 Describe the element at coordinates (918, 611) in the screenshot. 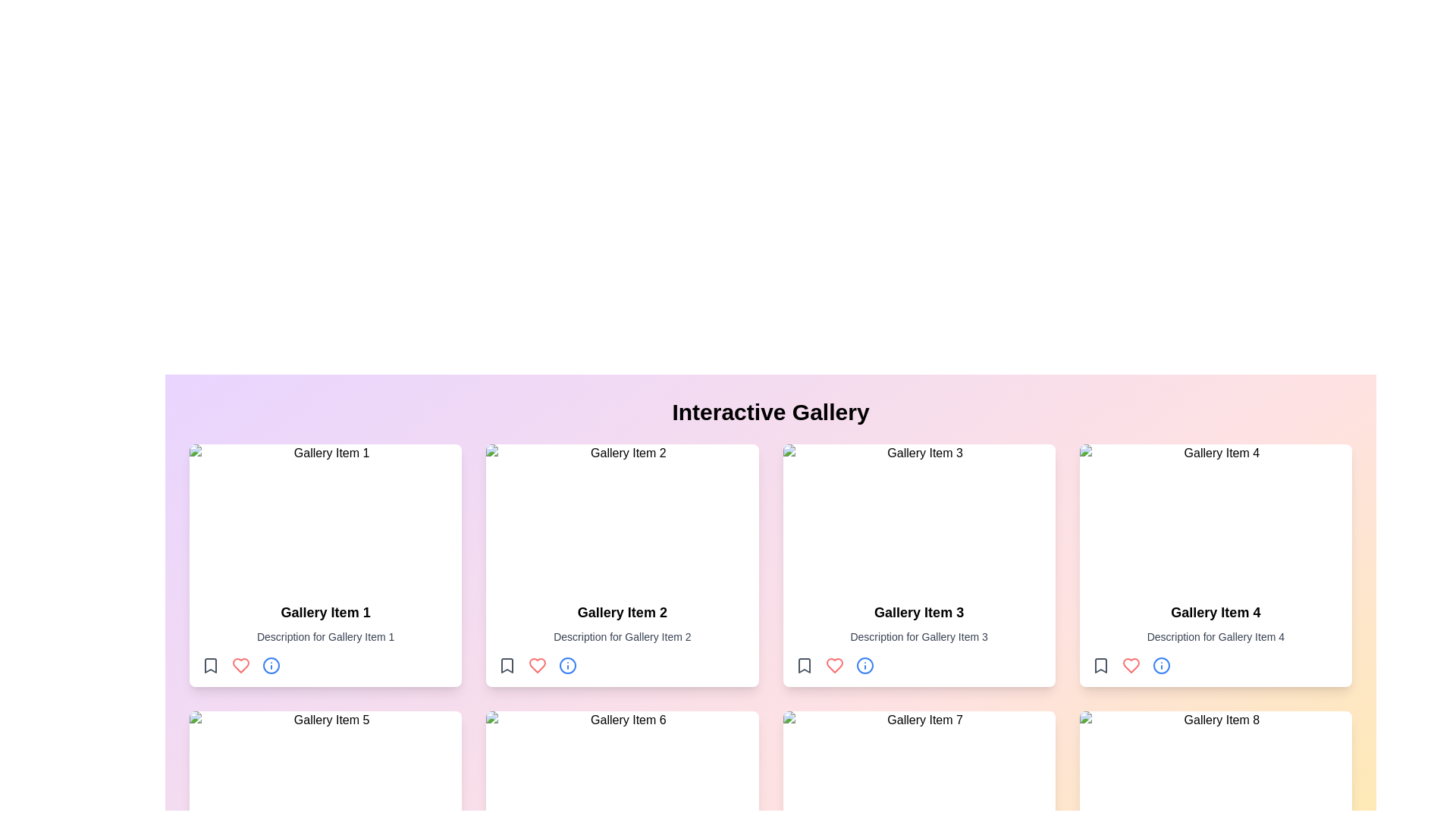

I see `the bold text label reading 'Gallery Item 3' located in the third gallery card of the interactive gallery grid` at that location.